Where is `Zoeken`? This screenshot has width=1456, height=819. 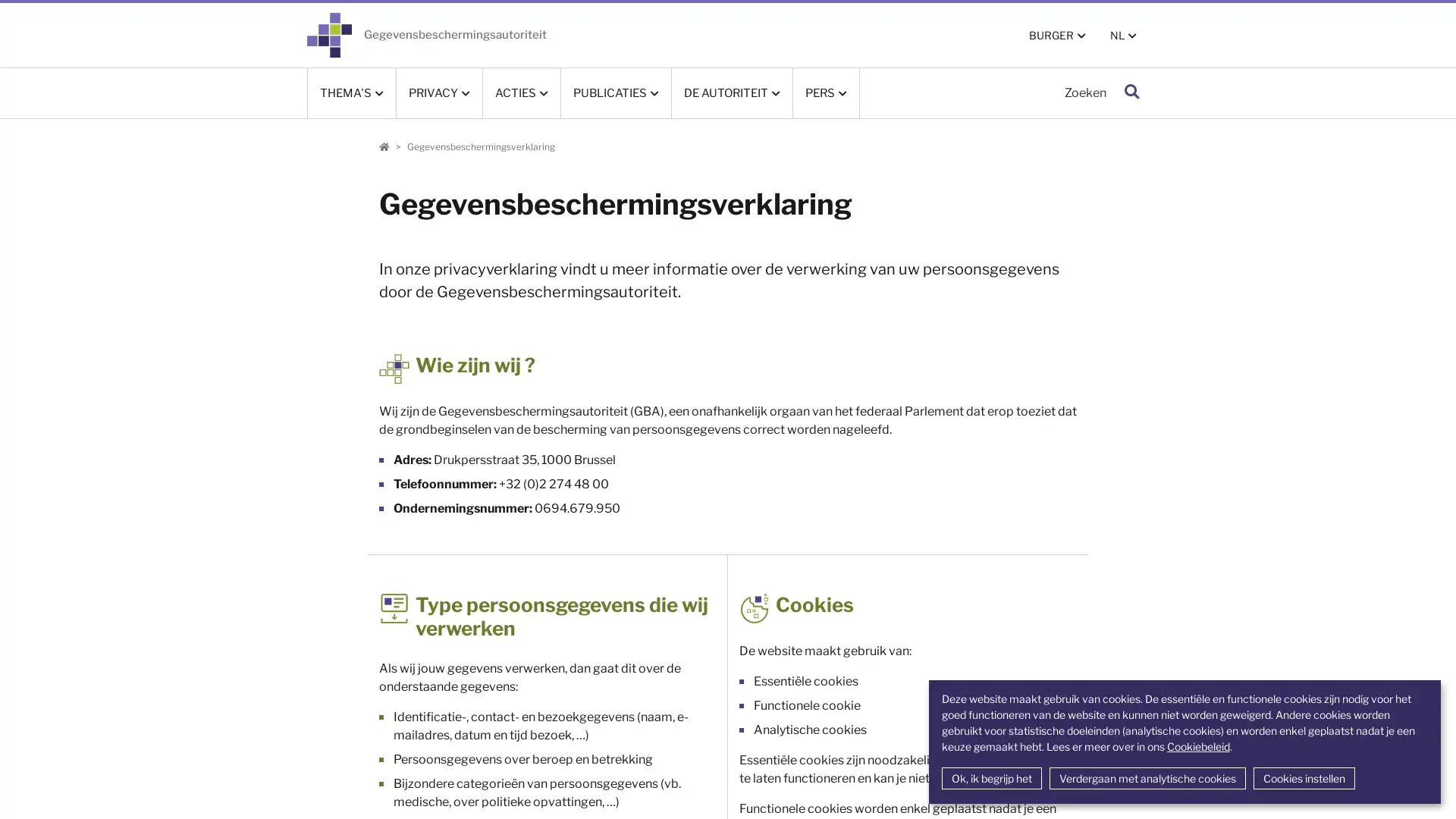 Zoeken is located at coordinates (1131, 93).